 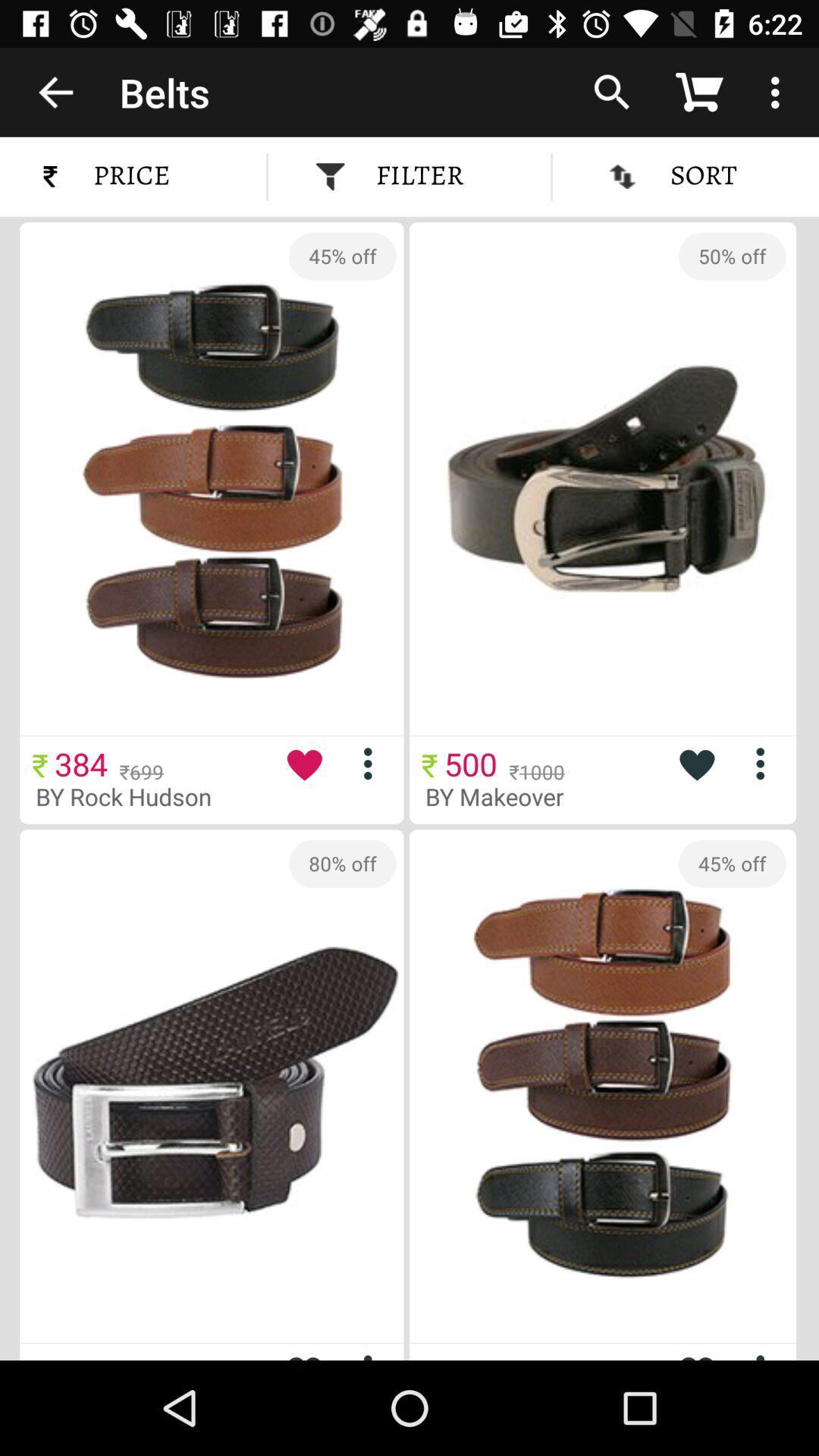 I want to click on icon above price icon, so click(x=55, y=91).